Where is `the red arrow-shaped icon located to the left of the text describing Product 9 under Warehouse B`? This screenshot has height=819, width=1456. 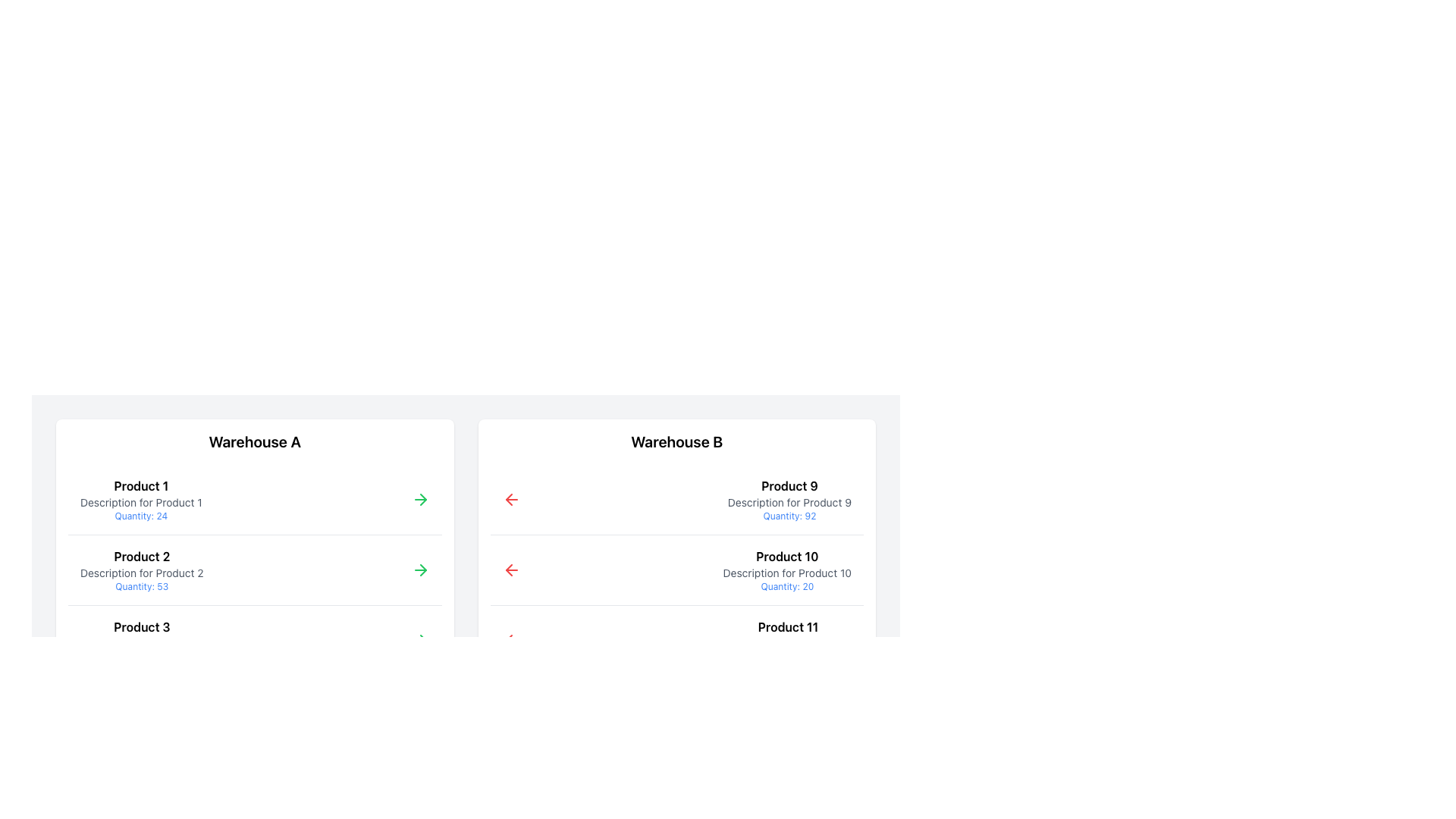
the red arrow-shaped icon located to the left of the text describing Product 9 under Warehouse B is located at coordinates (509, 781).